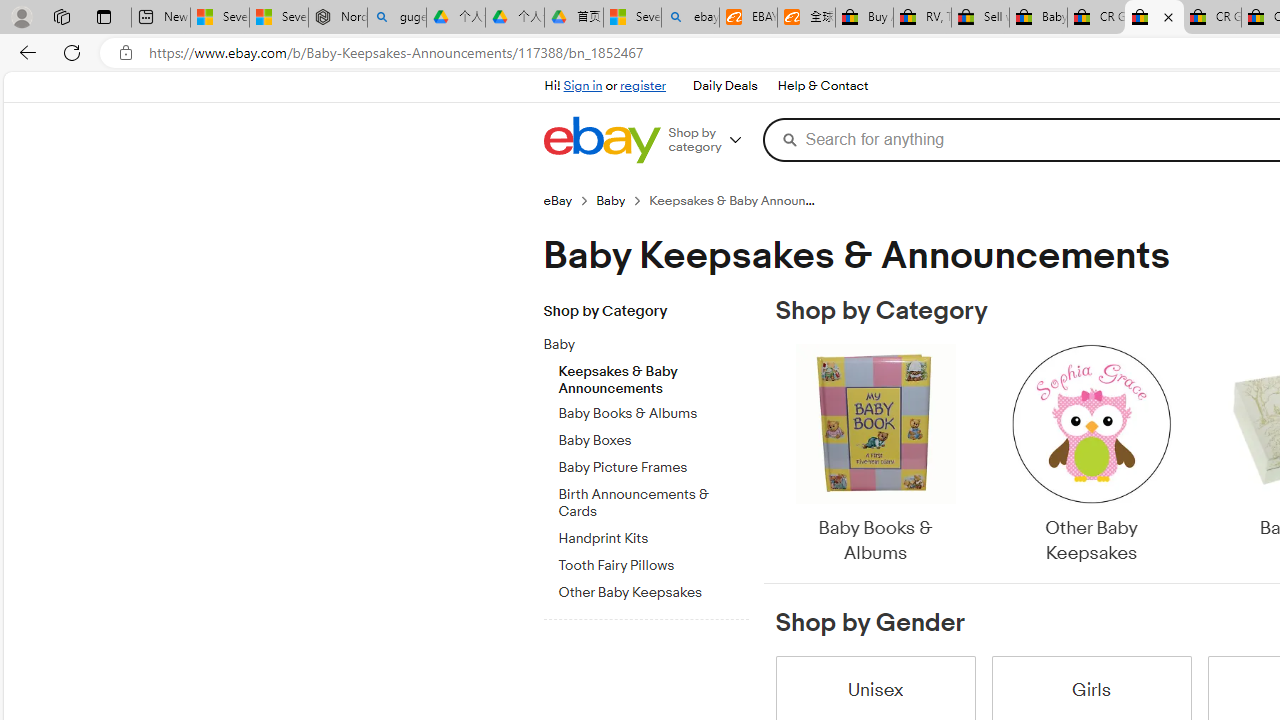  I want to click on 'Close tab', so click(1168, 17).